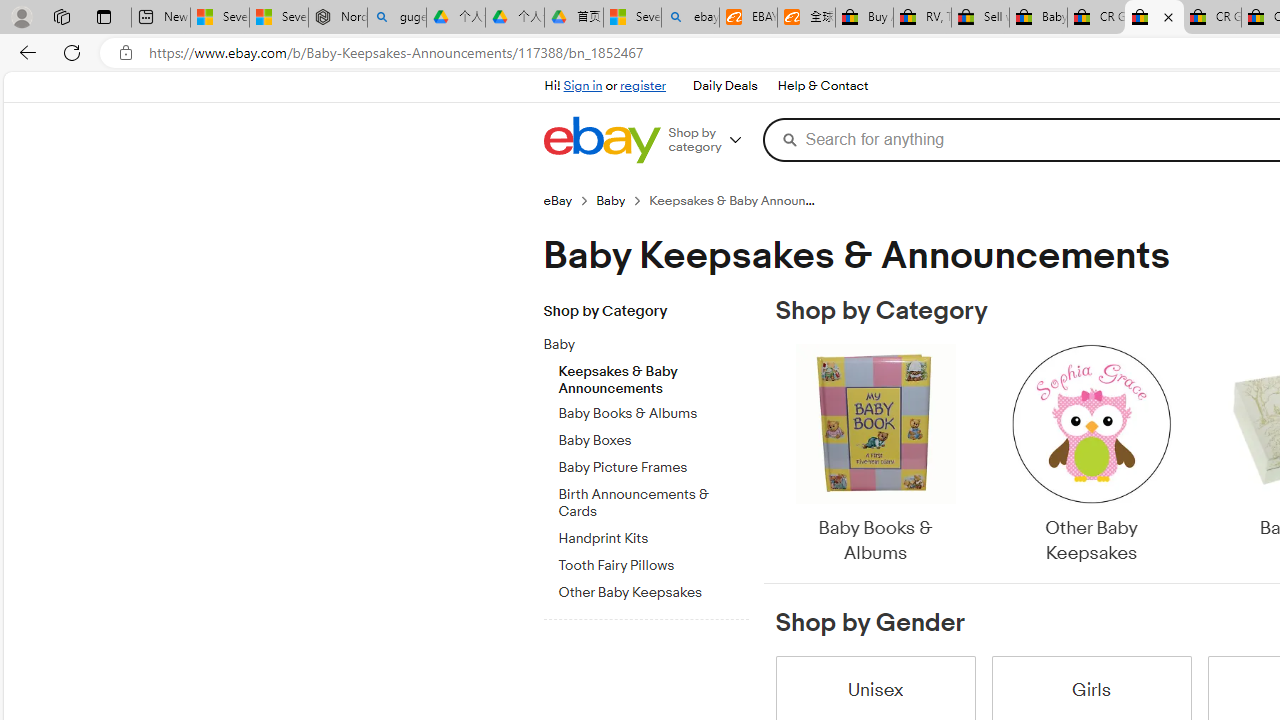  I want to click on 'Close tab', so click(1168, 17).